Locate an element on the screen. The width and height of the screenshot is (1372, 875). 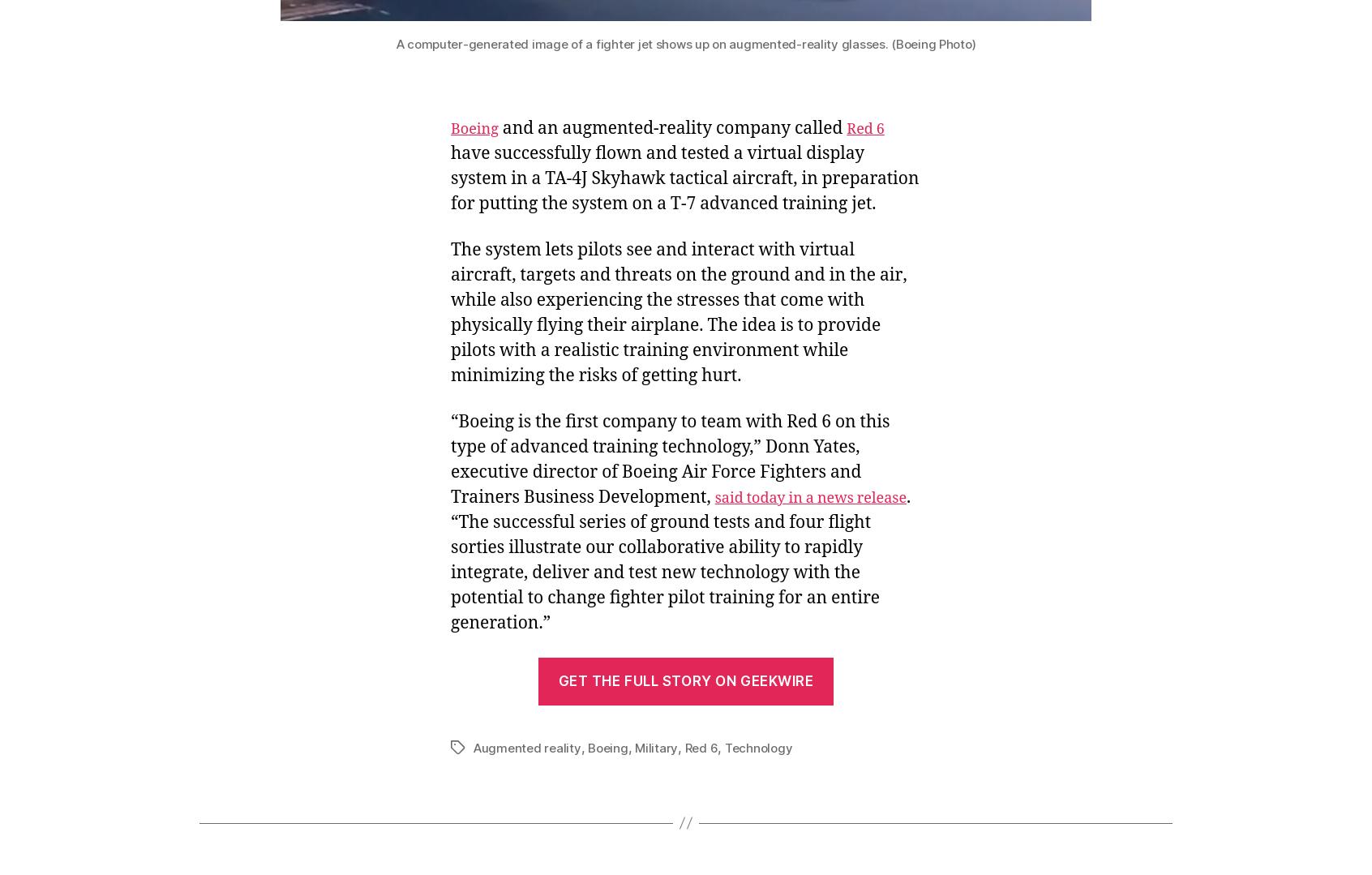
'Powered by WordPress.com' is located at coordinates (559, 701).